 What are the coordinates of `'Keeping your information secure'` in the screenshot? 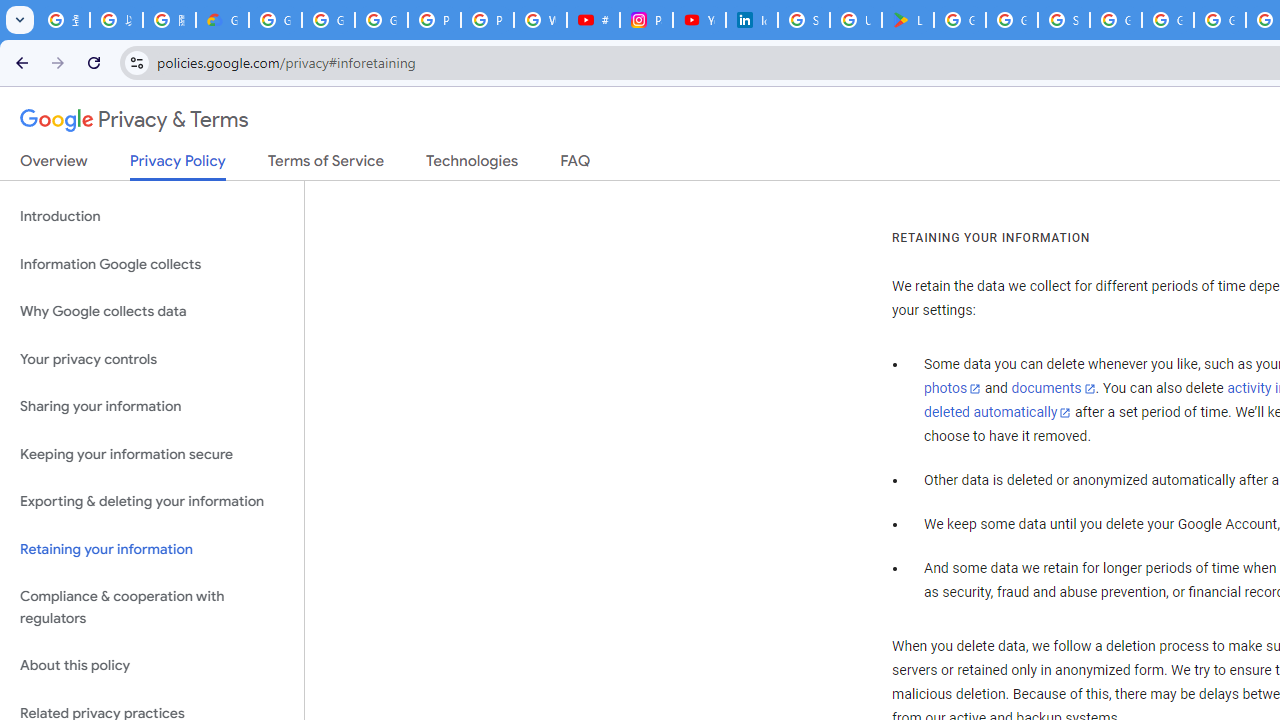 It's located at (151, 454).